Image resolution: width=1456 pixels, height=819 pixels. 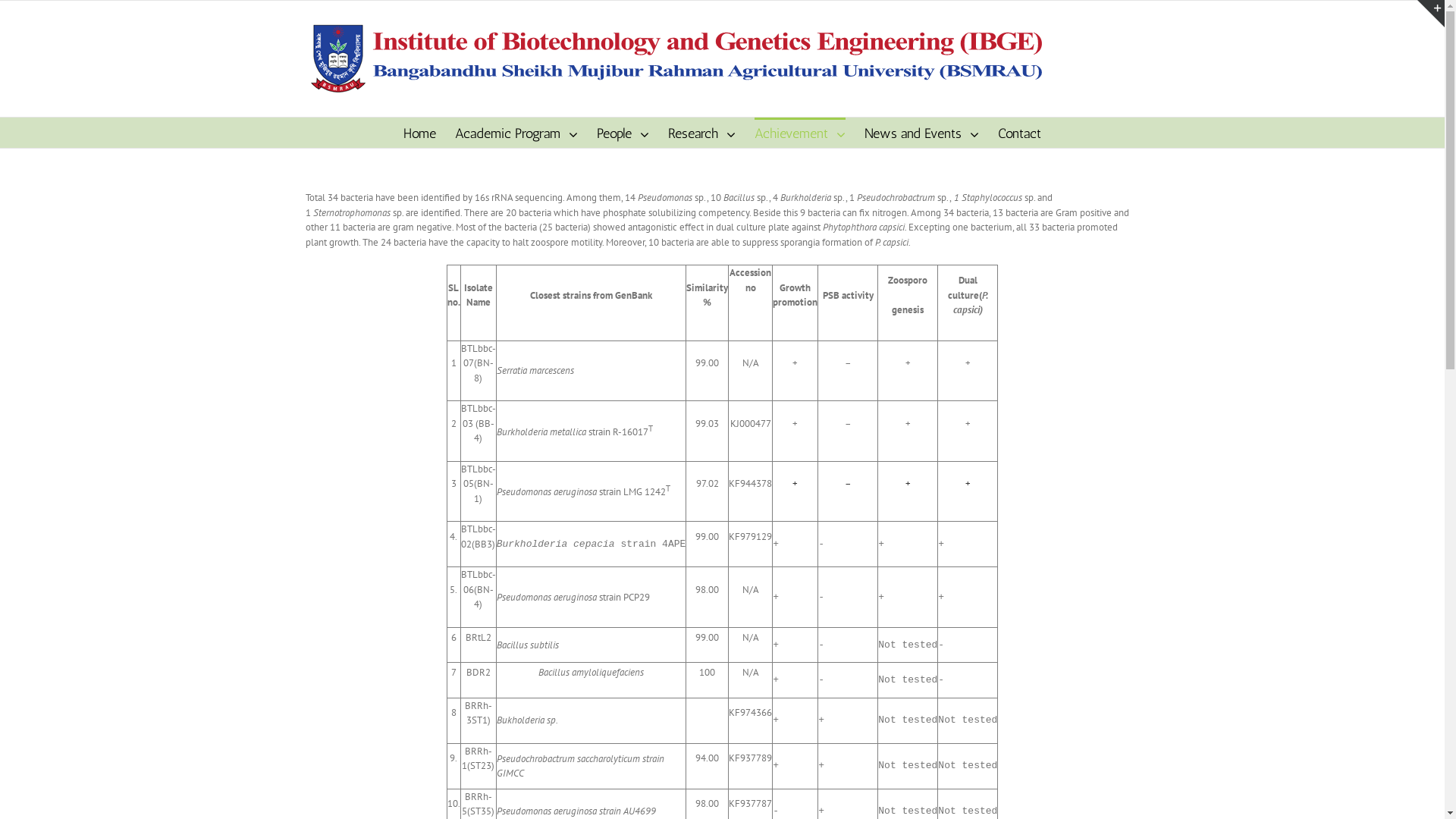 I want to click on 'Academic Program', so click(x=454, y=131).